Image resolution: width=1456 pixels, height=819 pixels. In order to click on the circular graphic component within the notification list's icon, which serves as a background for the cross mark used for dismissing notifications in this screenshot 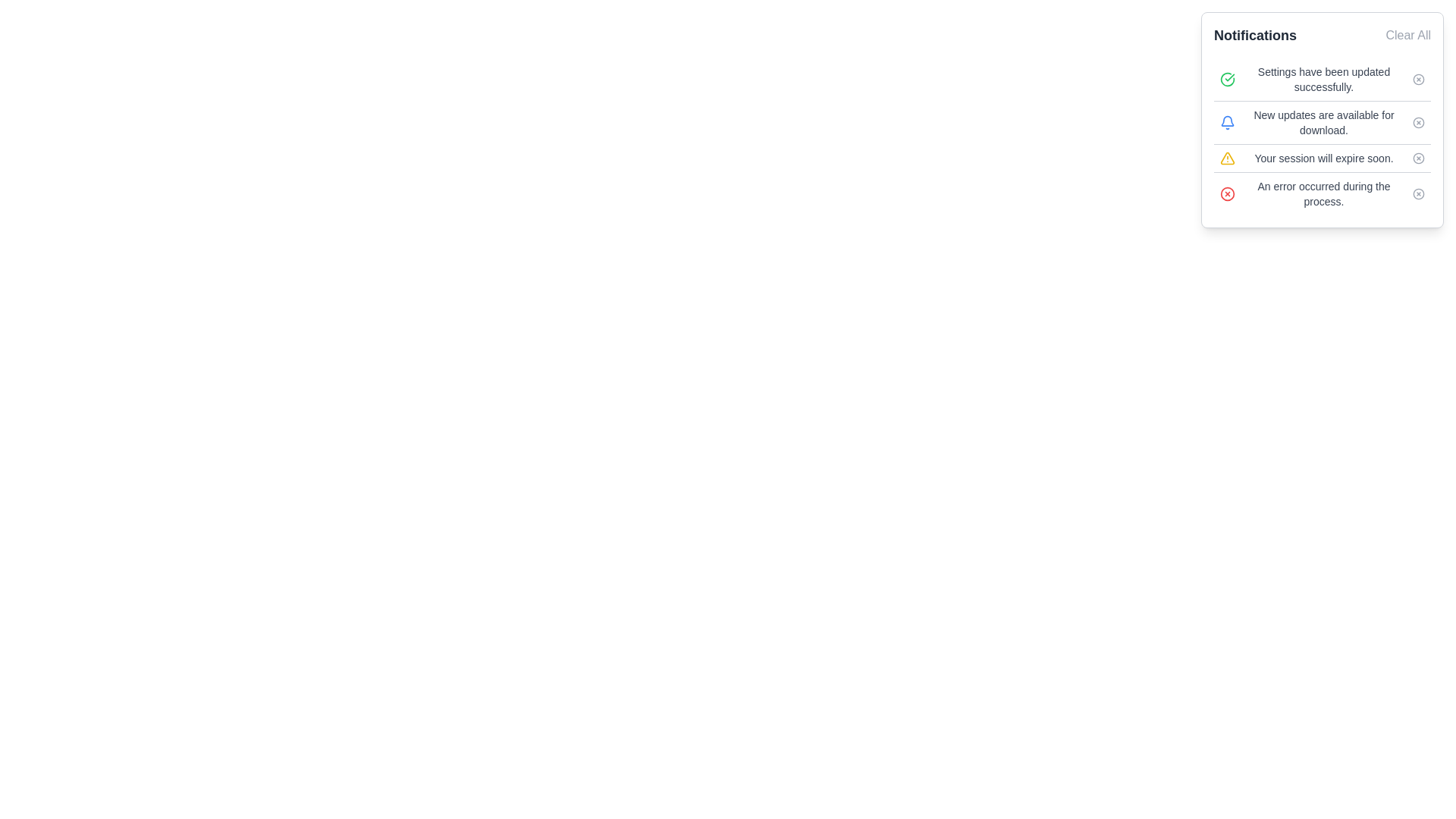, I will do `click(1418, 122)`.